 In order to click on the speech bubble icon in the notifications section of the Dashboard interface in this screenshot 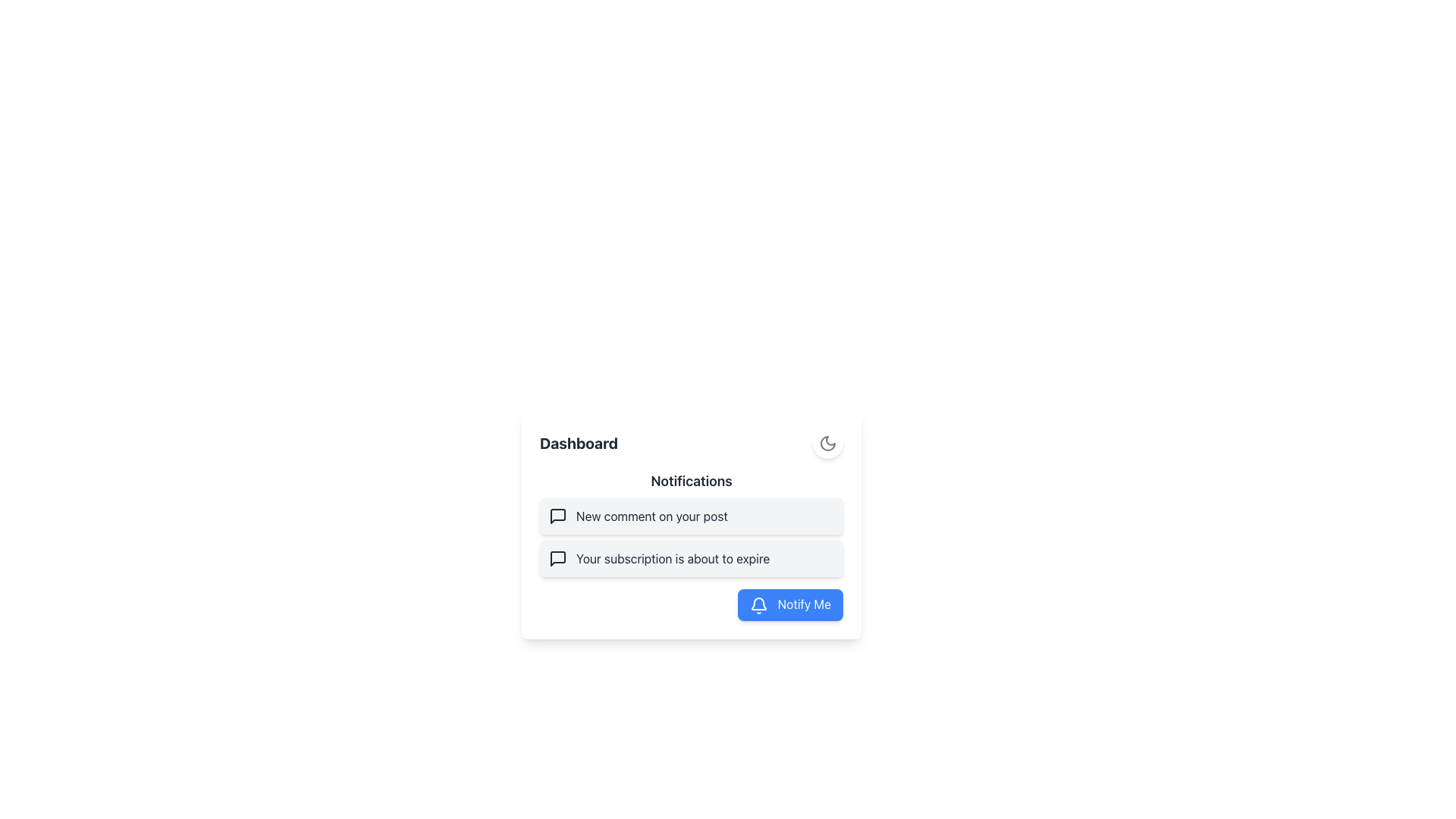, I will do `click(557, 516)`.